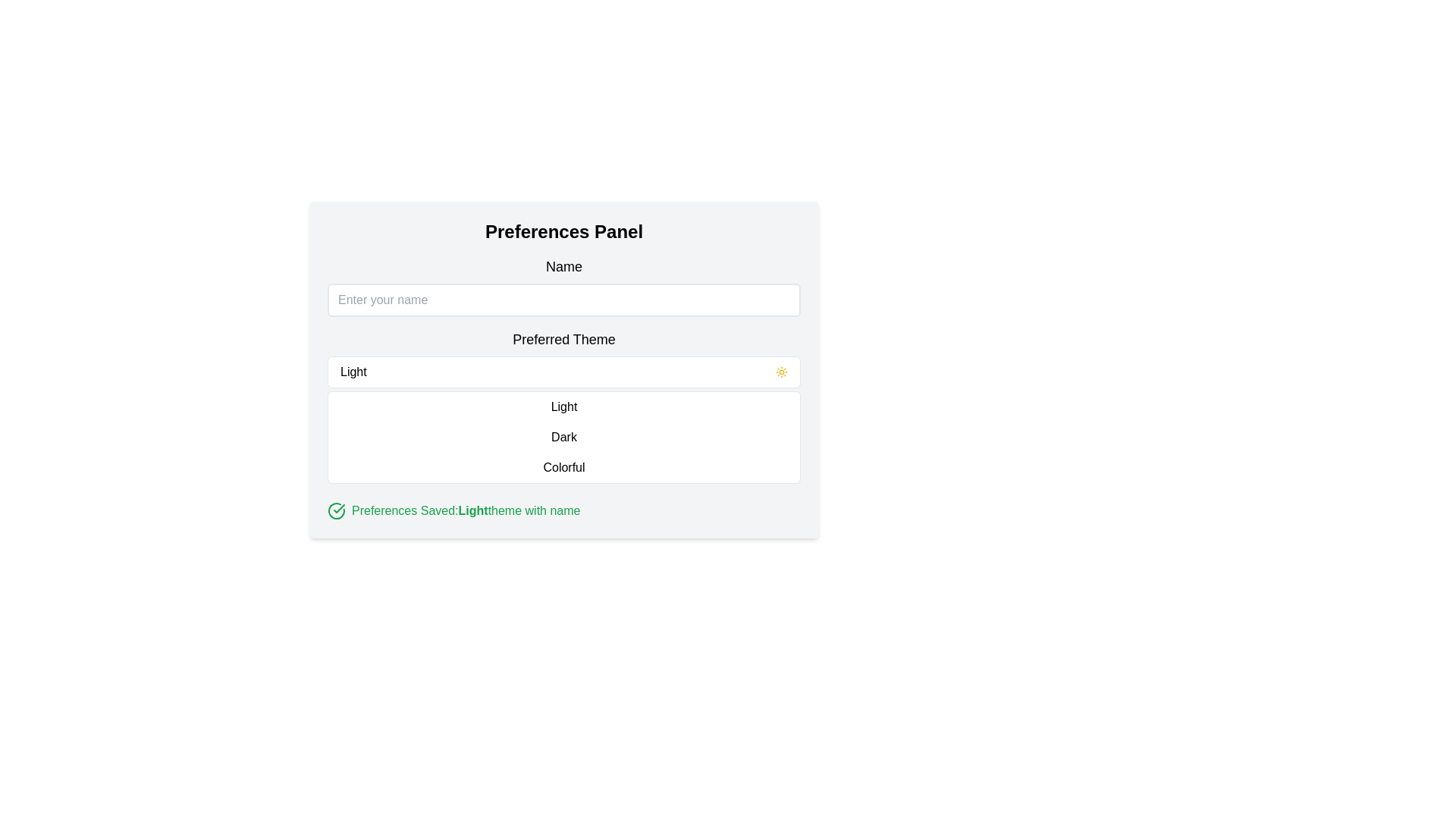  What do you see at coordinates (563, 420) in the screenshot?
I see `the options in the Dropdown menu located in the 'Preferred Theme' section of the 'Preferences Panel'` at bounding box center [563, 420].